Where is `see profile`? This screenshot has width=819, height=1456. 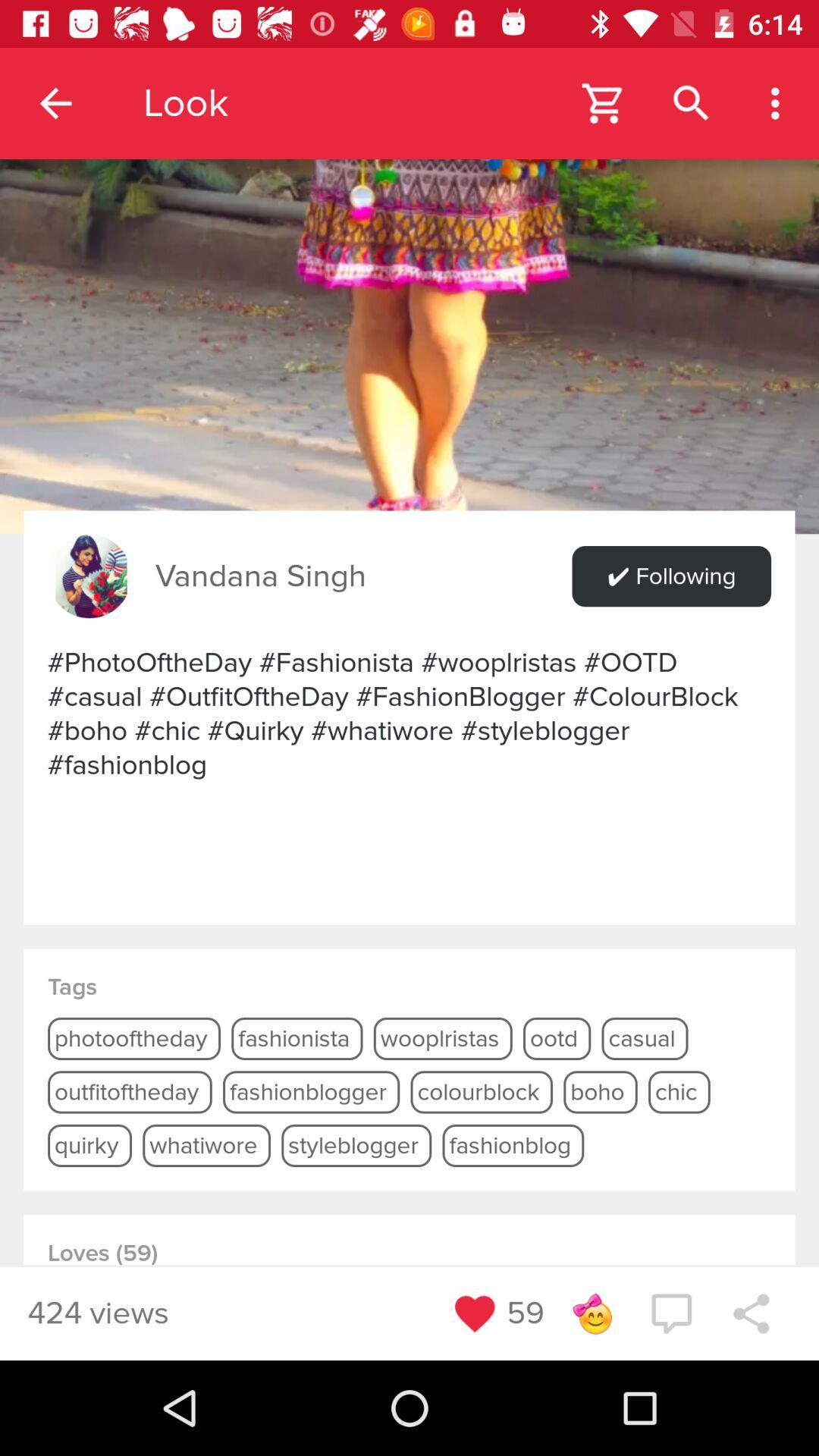
see profile is located at coordinates (89, 576).